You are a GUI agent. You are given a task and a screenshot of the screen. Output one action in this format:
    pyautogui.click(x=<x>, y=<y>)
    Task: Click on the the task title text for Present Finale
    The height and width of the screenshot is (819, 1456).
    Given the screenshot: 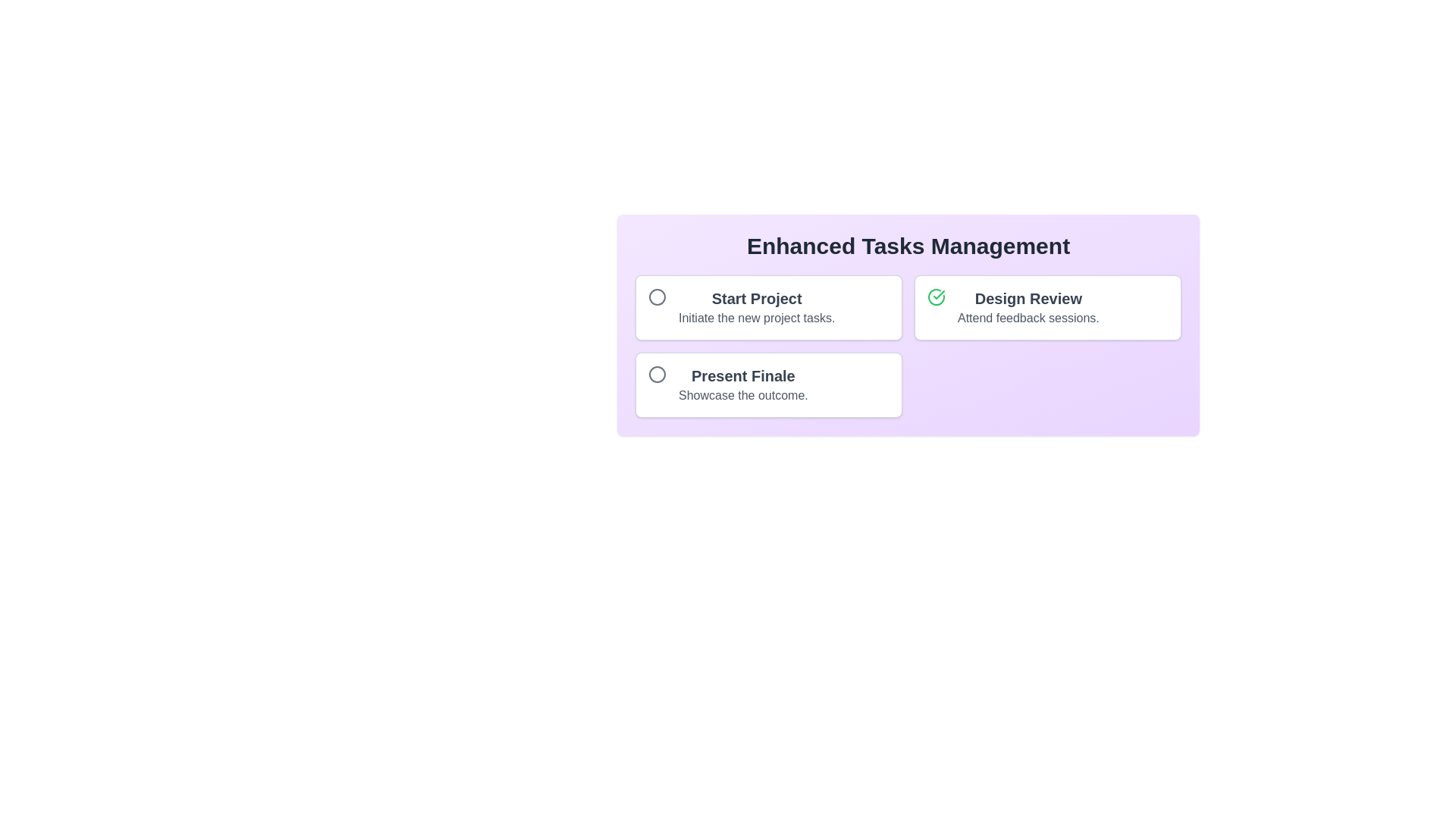 What is the action you would take?
    pyautogui.click(x=742, y=375)
    